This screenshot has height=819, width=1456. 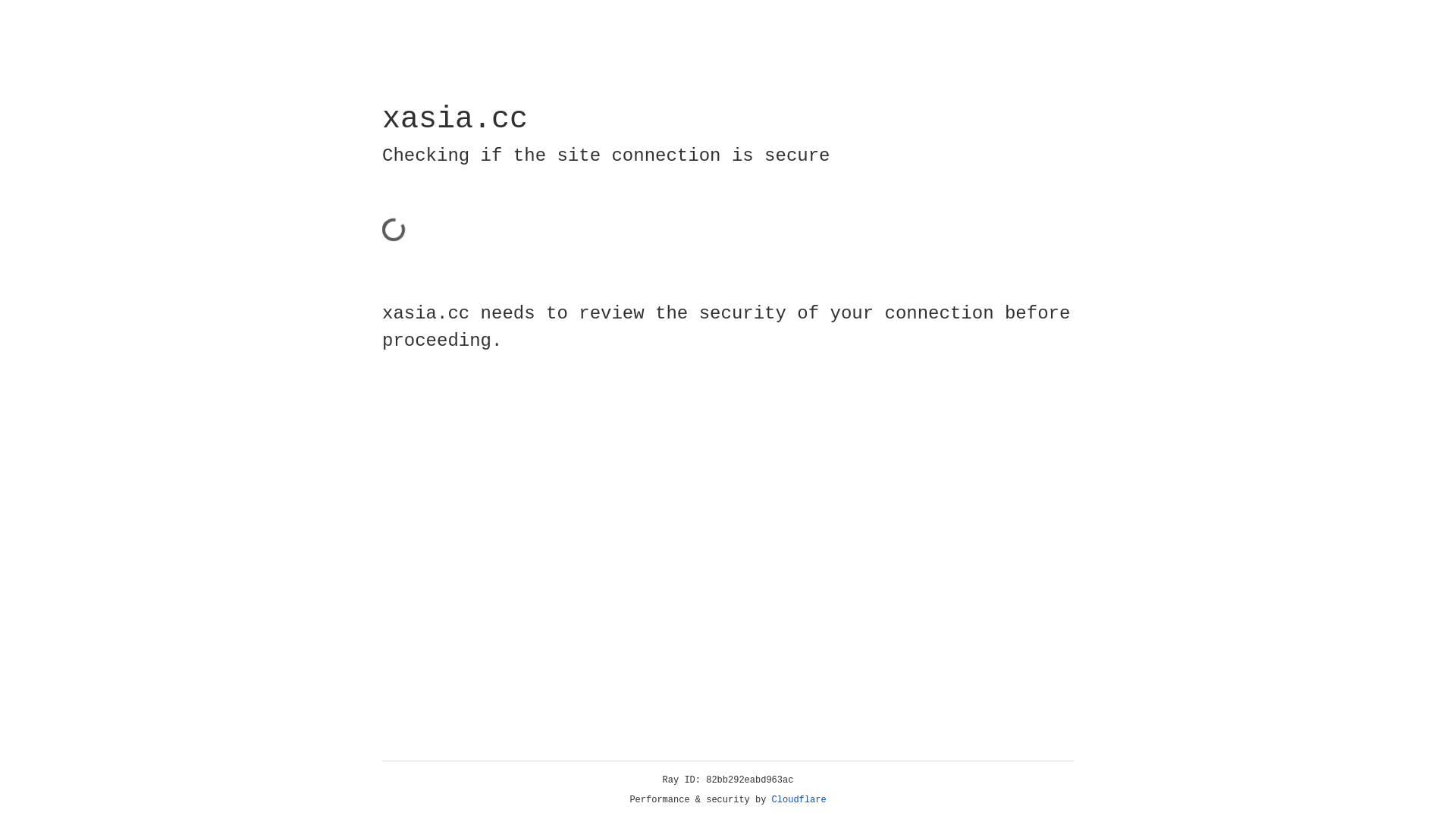 What do you see at coordinates (799, 799) in the screenshot?
I see `'Cloudflare'` at bounding box center [799, 799].